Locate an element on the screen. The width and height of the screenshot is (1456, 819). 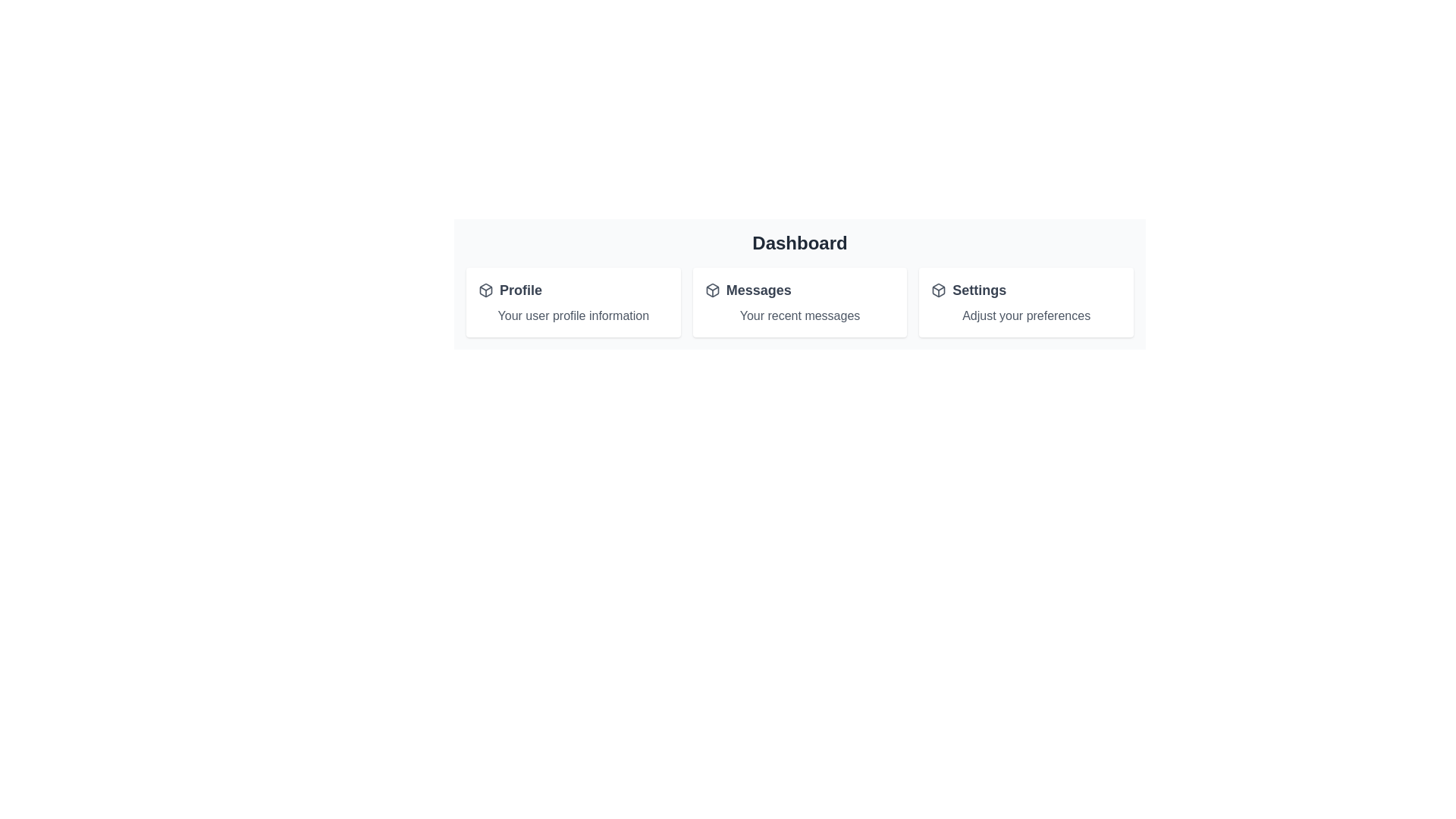
the 3D box outline icon located to the left of the 'Messages' text within the 'Messages' card is located at coordinates (711, 290).